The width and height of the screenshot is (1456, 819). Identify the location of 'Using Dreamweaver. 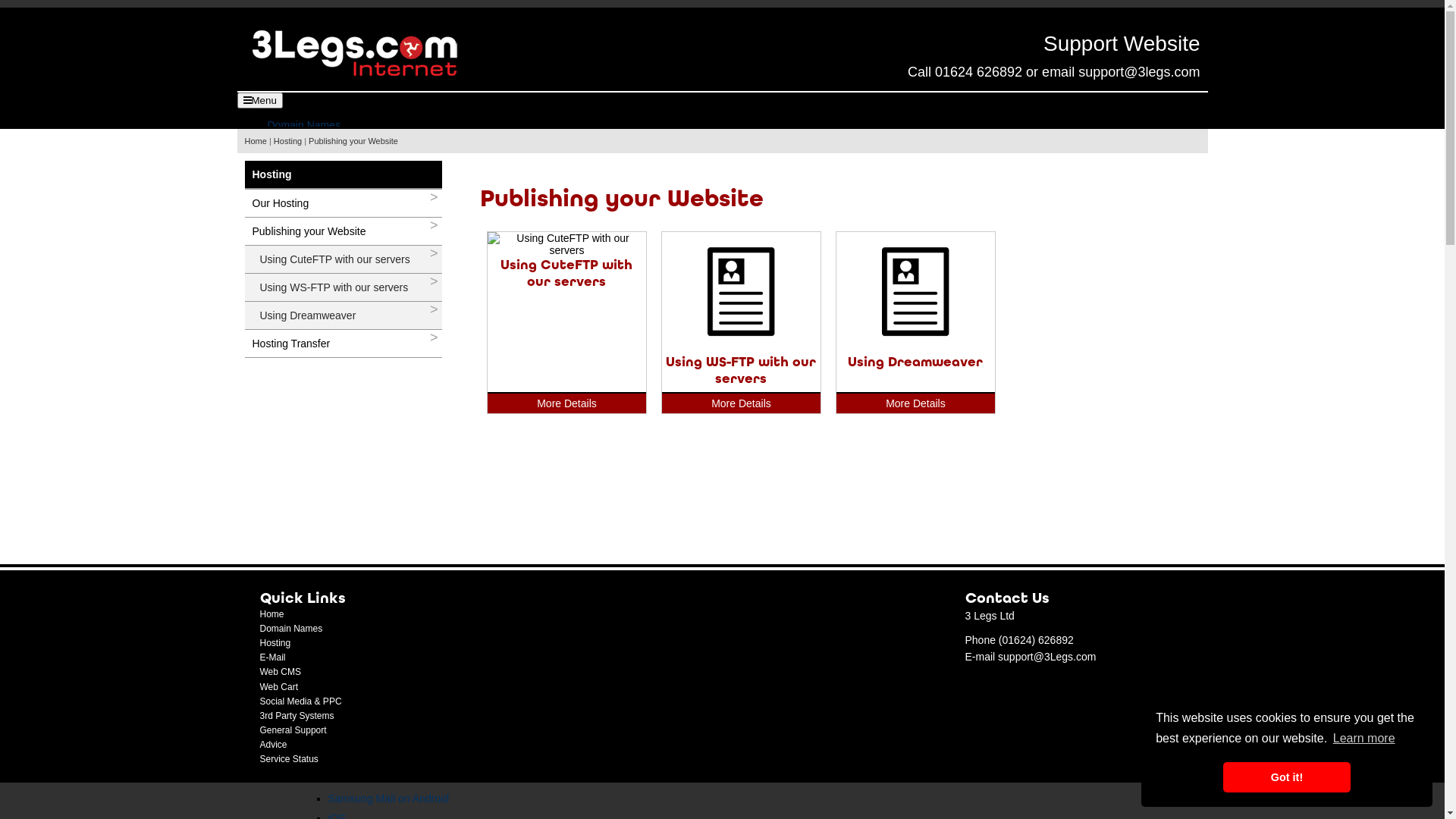
(915, 304).